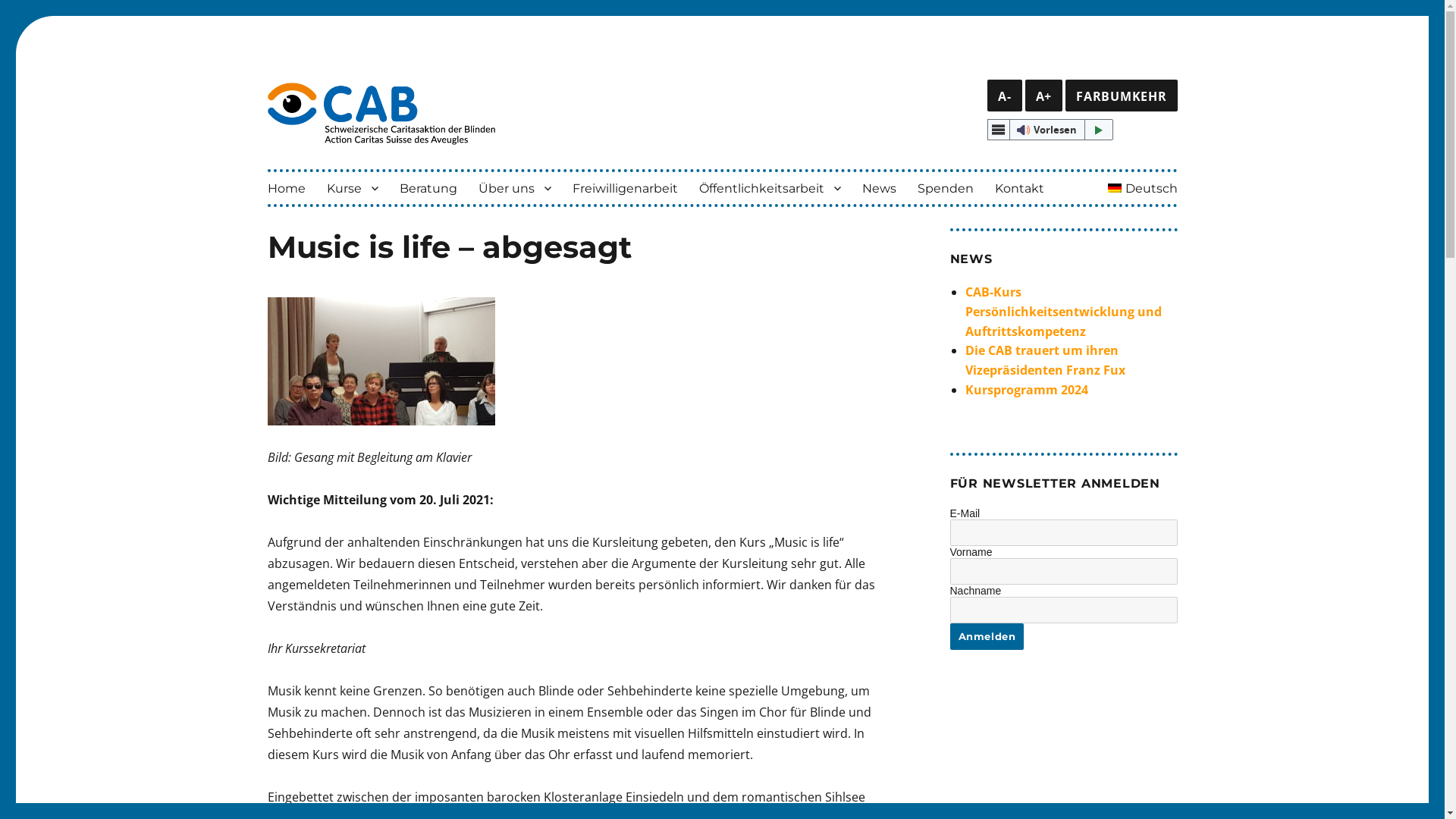 The width and height of the screenshot is (1456, 819). What do you see at coordinates (351, 187) in the screenshot?
I see `'Kurse'` at bounding box center [351, 187].